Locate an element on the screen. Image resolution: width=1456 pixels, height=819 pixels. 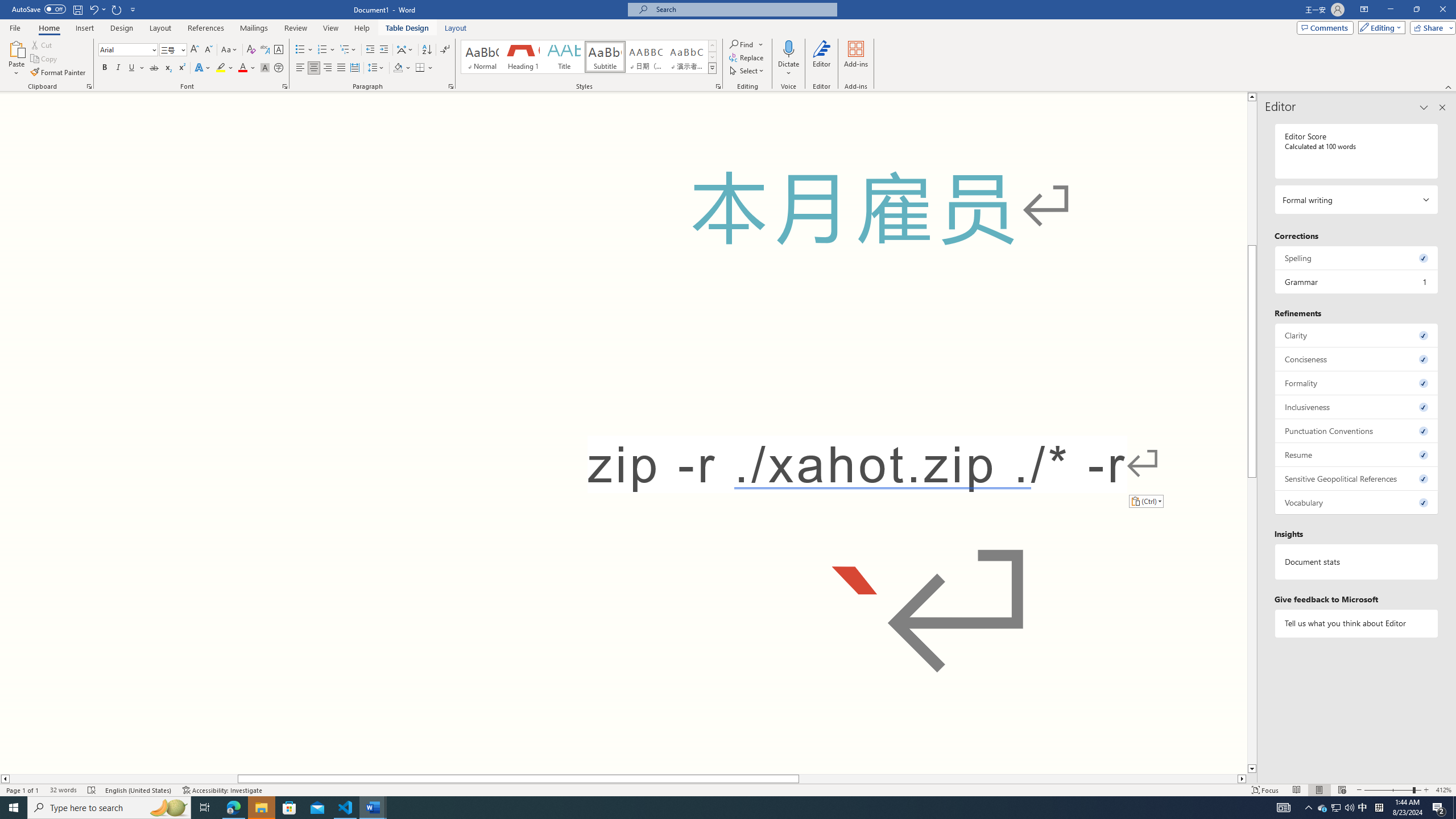
'Copy' is located at coordinates (44, 59).